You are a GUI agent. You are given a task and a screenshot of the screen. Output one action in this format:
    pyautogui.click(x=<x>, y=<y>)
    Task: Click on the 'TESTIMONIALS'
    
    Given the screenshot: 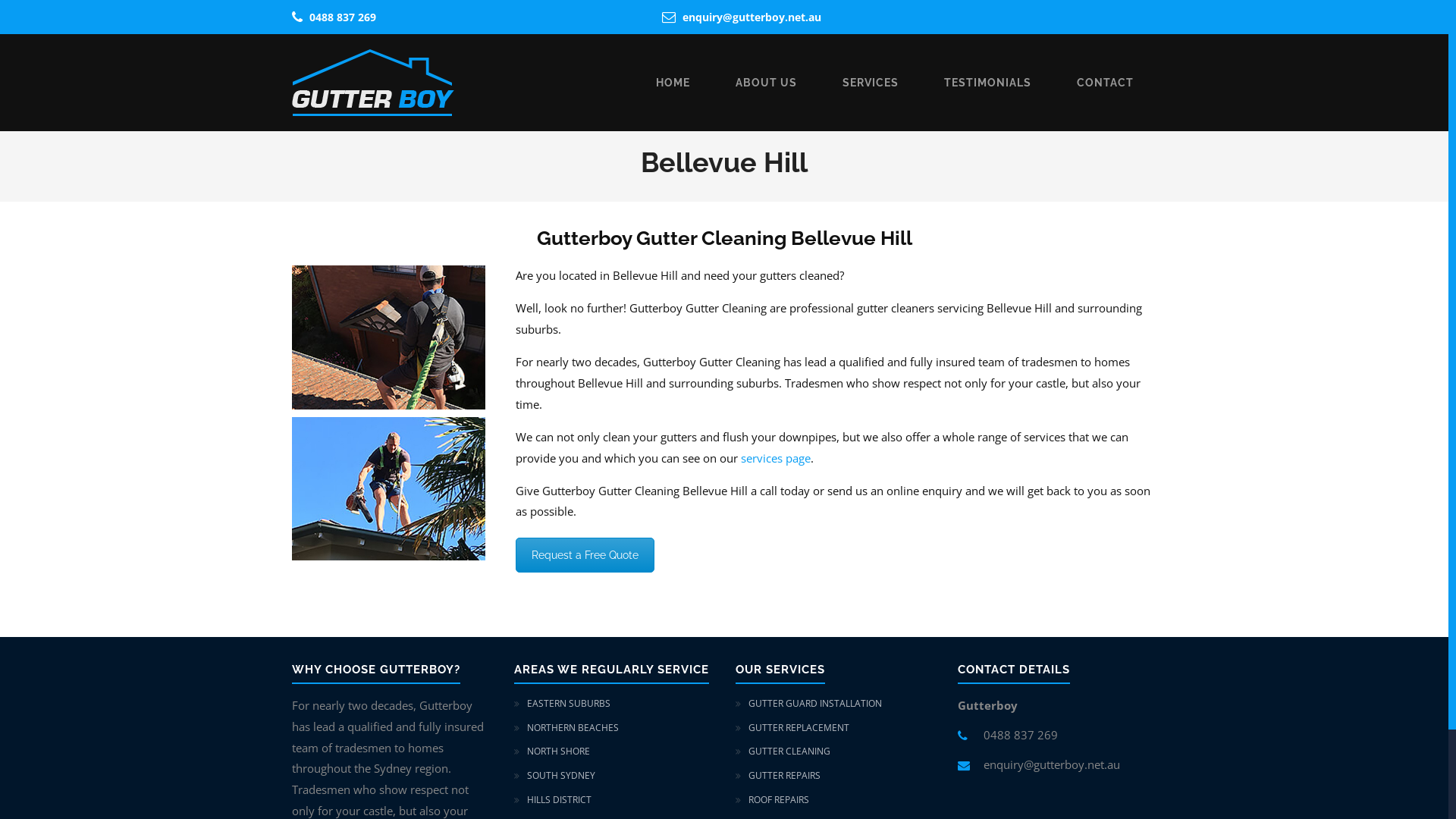 What is the action you would take?
    pyautogui.click(x=987, y=83)
    